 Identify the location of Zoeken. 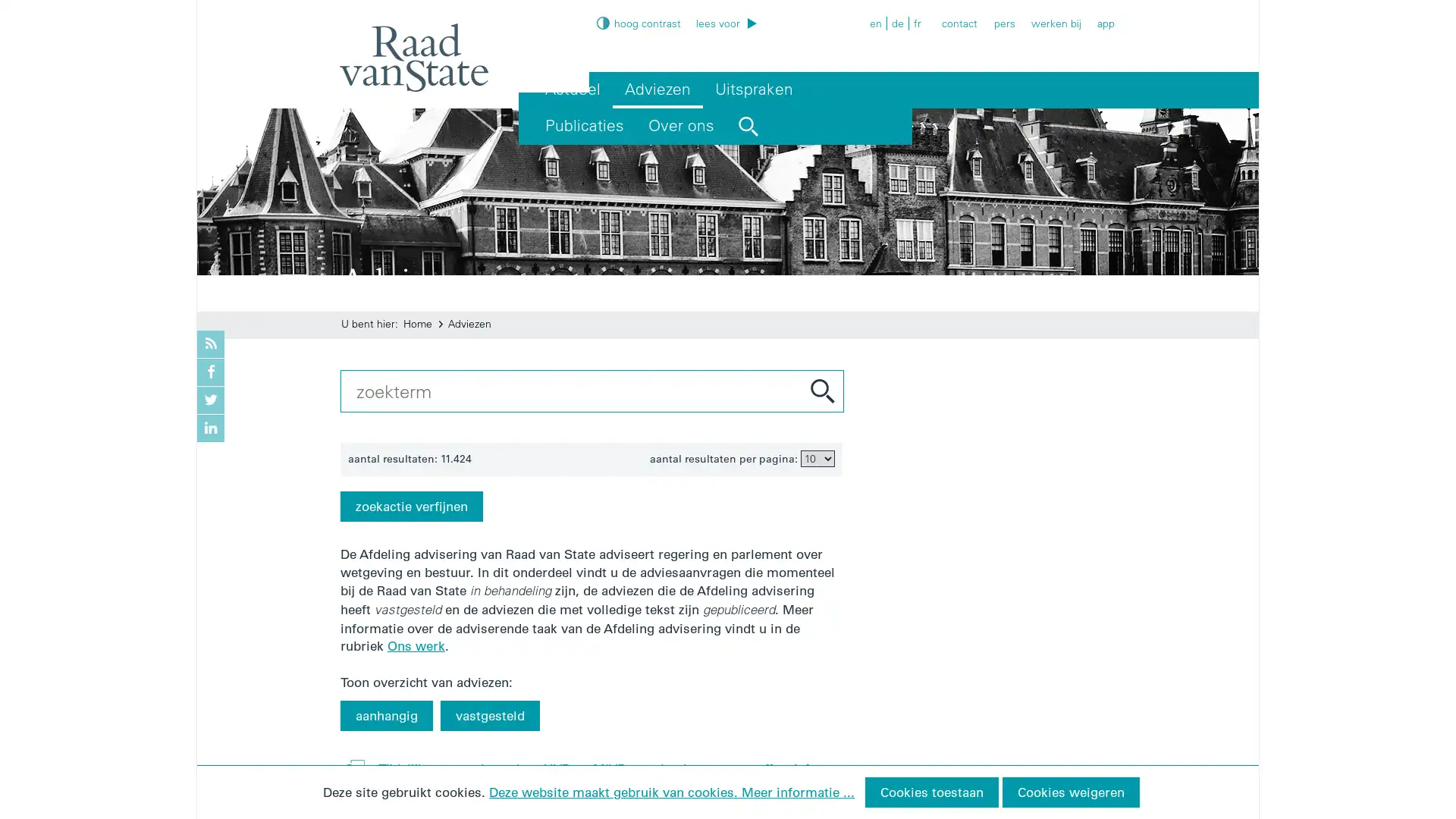
(821, 390).